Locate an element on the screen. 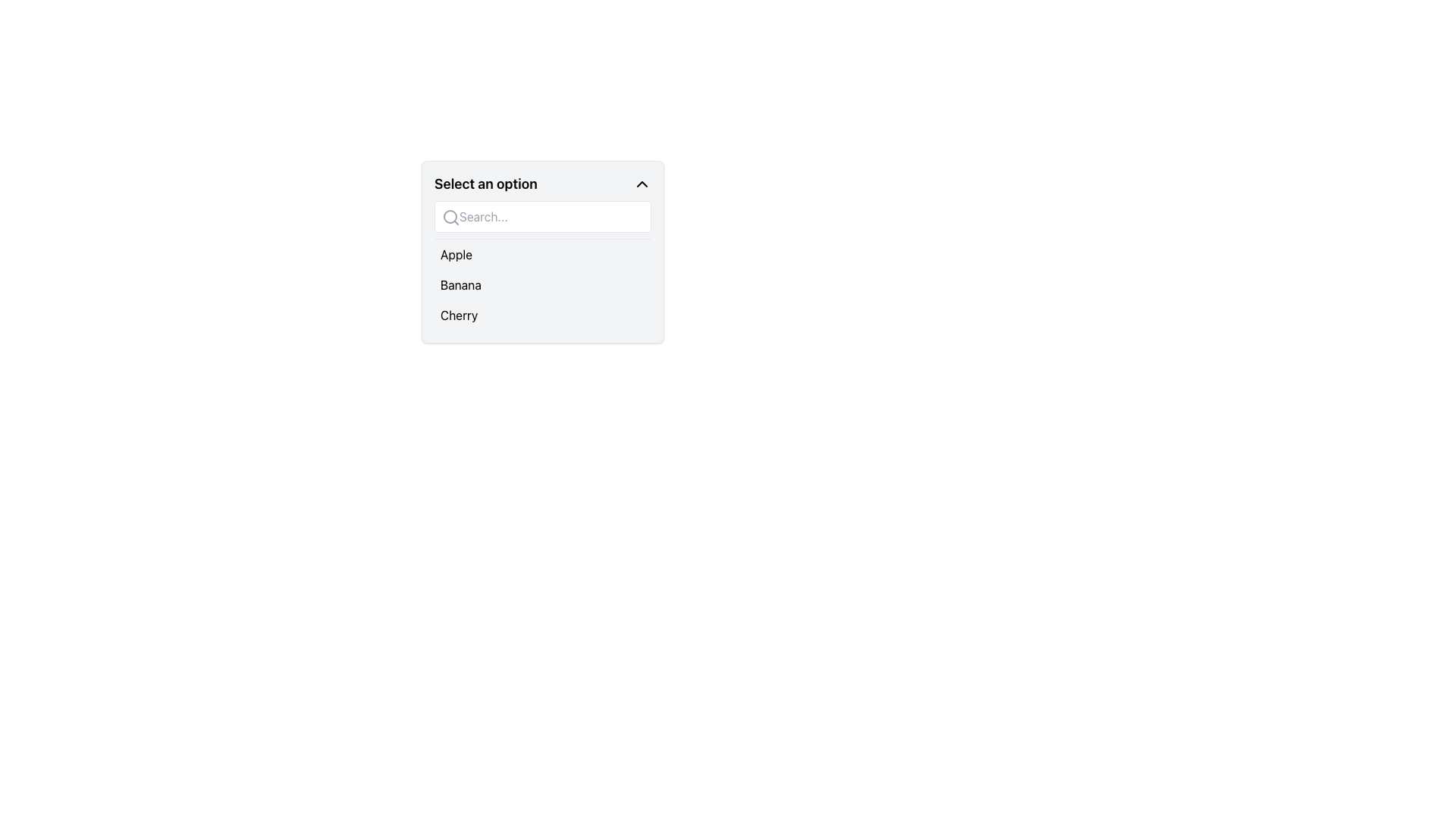  the decorative icon that visually indicates the search functionality, positioned inside the search box component and aligned to the left edge near the placeholder text 'Search...' is located at coordinates (450, 217).